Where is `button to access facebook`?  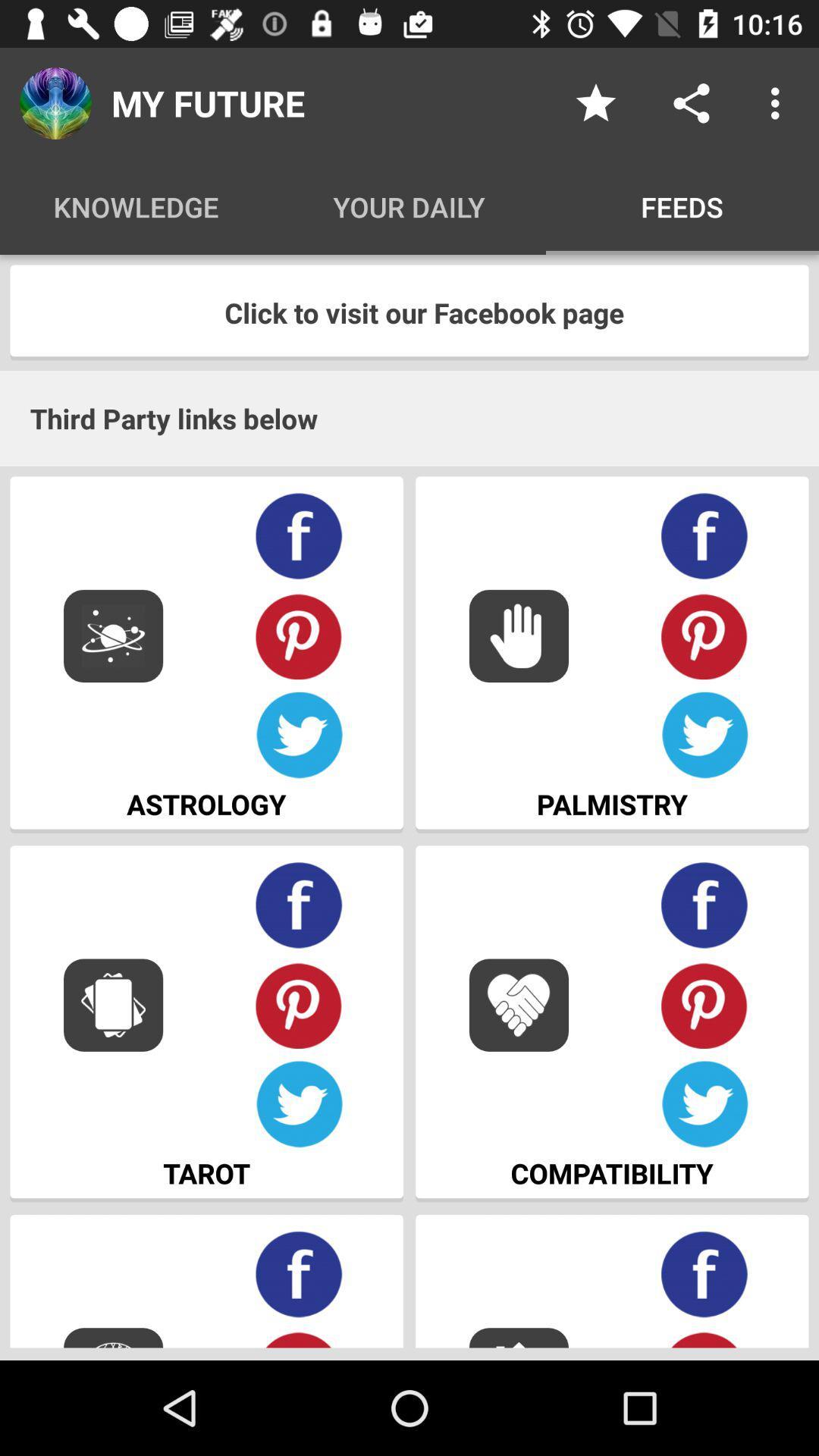 button to access facebook is located at coordinates (704, 905).